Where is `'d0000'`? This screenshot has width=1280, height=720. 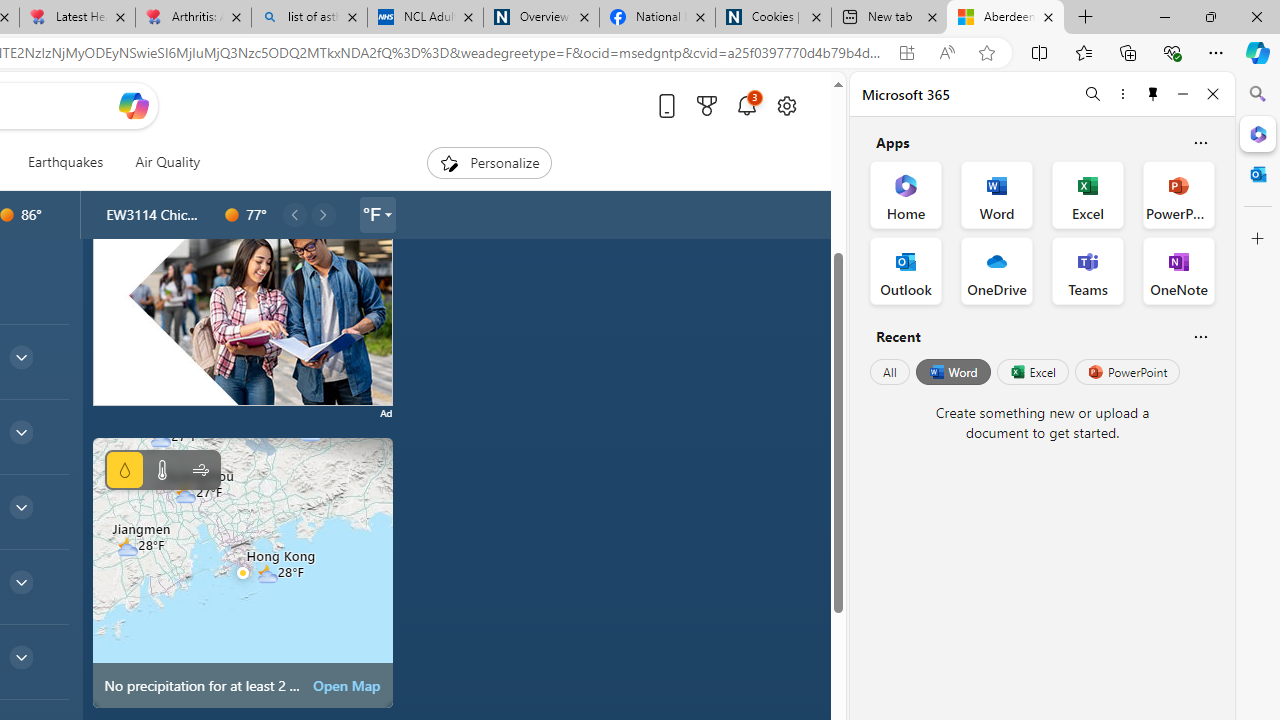 'd0000' is located at coordinates (232, 215).